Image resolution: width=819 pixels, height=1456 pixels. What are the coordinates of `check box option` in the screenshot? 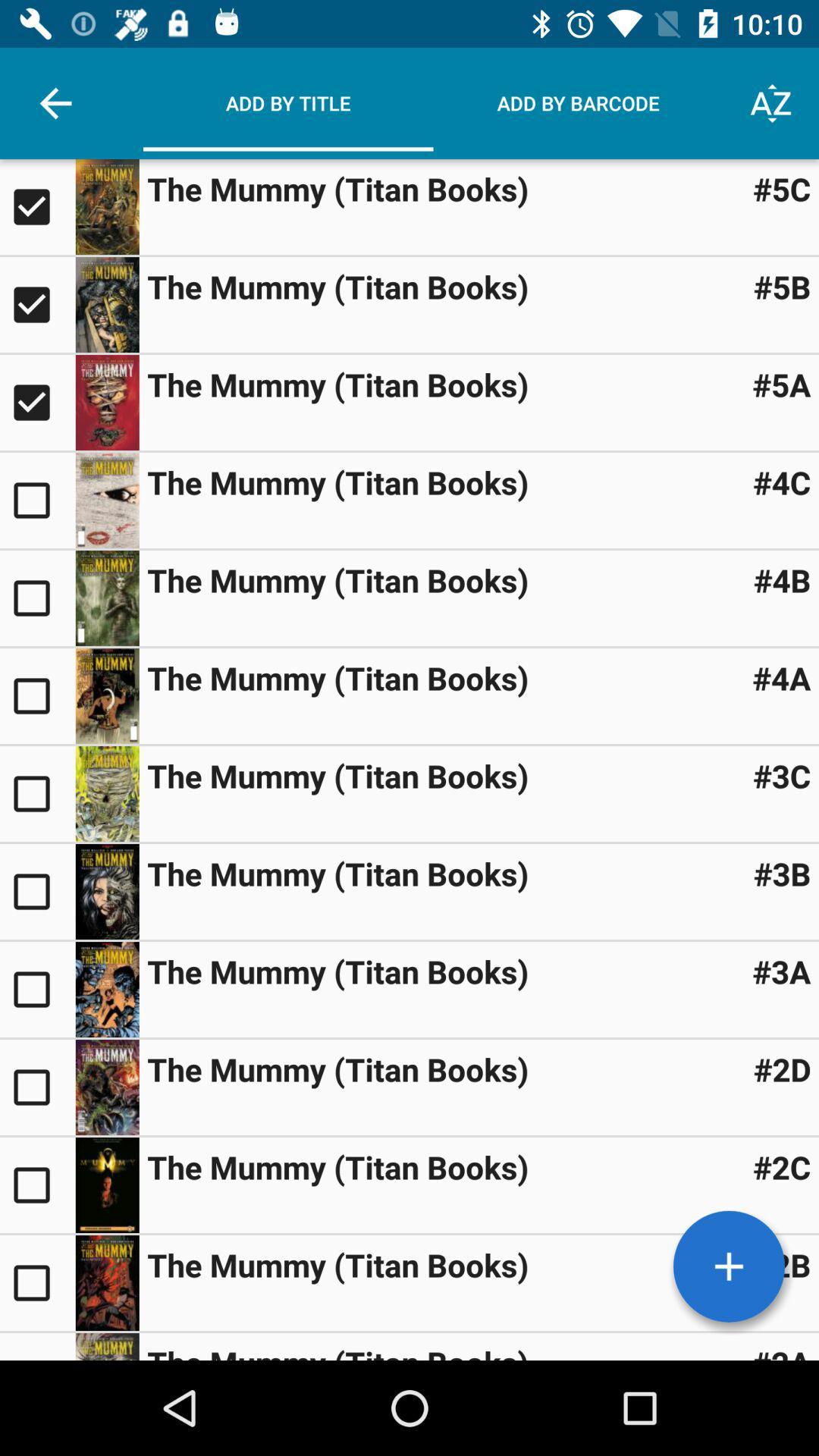 It's located at (36, 990).